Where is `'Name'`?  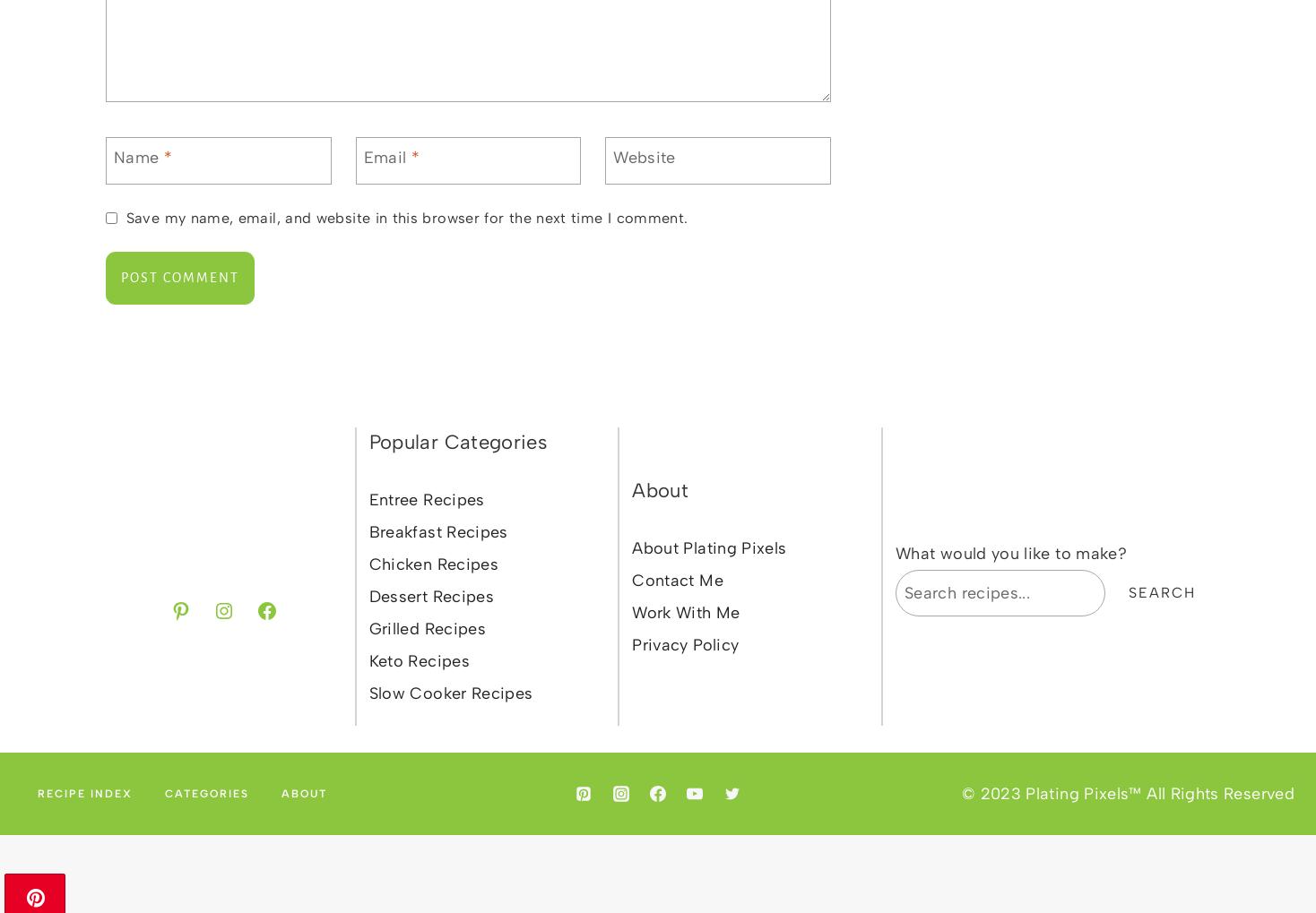
'Name' is located at coordinates (137, 157).